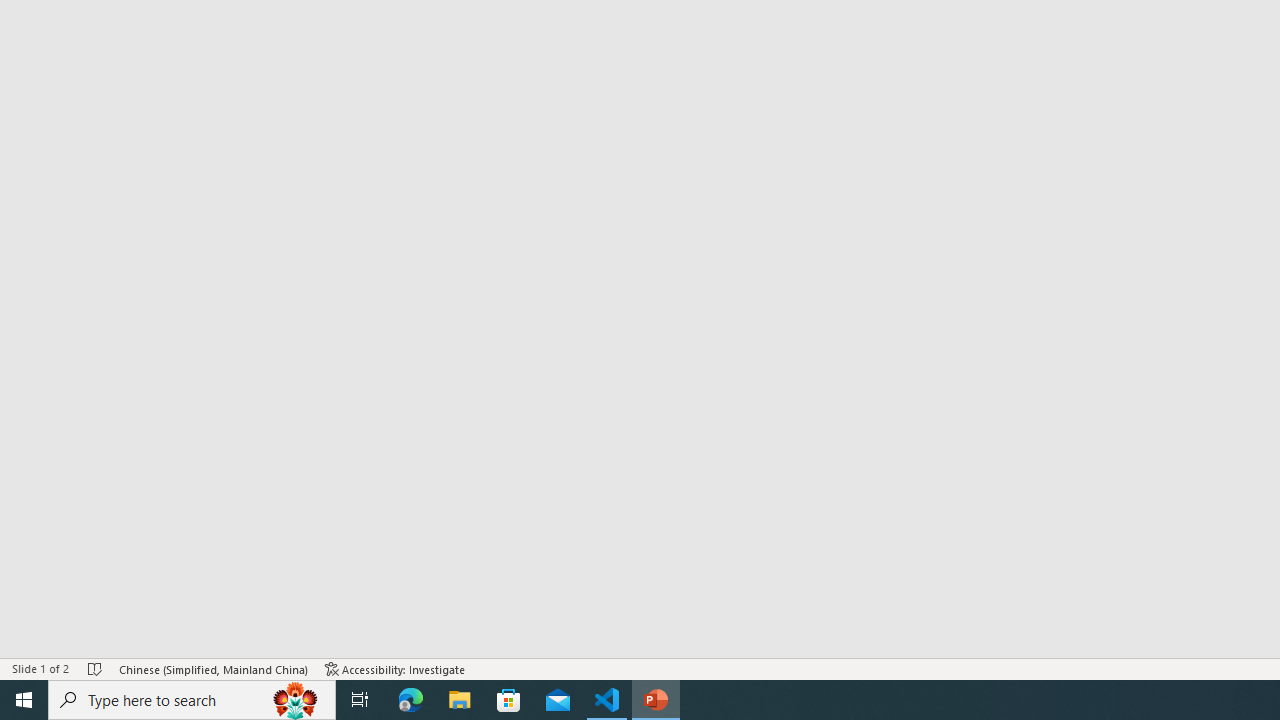  I want to click on 'PowerPoint - 1 running window', so click(656, 698).